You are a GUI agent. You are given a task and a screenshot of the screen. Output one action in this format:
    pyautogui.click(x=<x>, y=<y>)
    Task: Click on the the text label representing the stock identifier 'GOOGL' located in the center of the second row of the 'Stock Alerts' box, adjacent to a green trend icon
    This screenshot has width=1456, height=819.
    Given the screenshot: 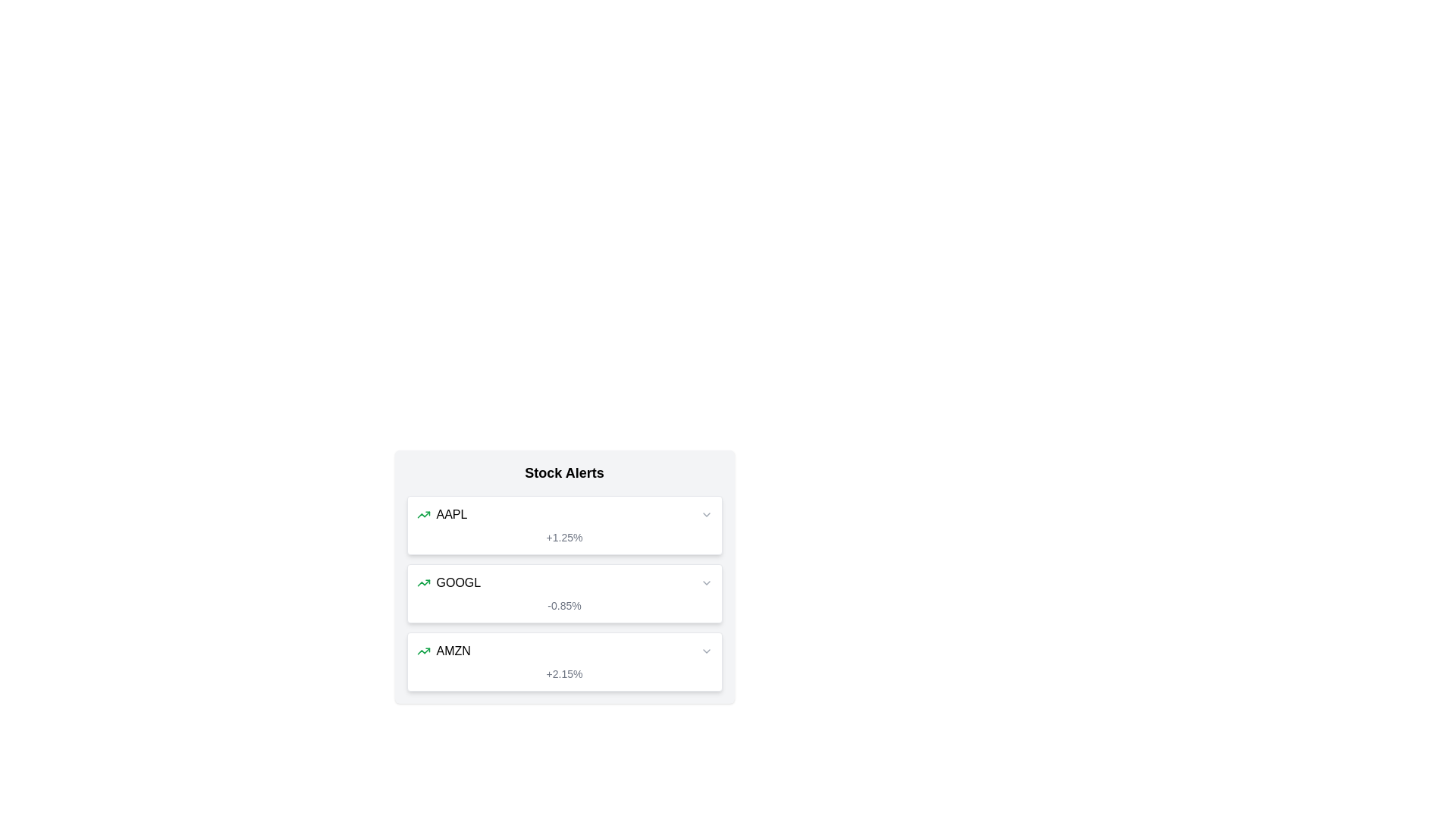 What is the action you would take?
    pyautogui.click(x=457, y=582)
    